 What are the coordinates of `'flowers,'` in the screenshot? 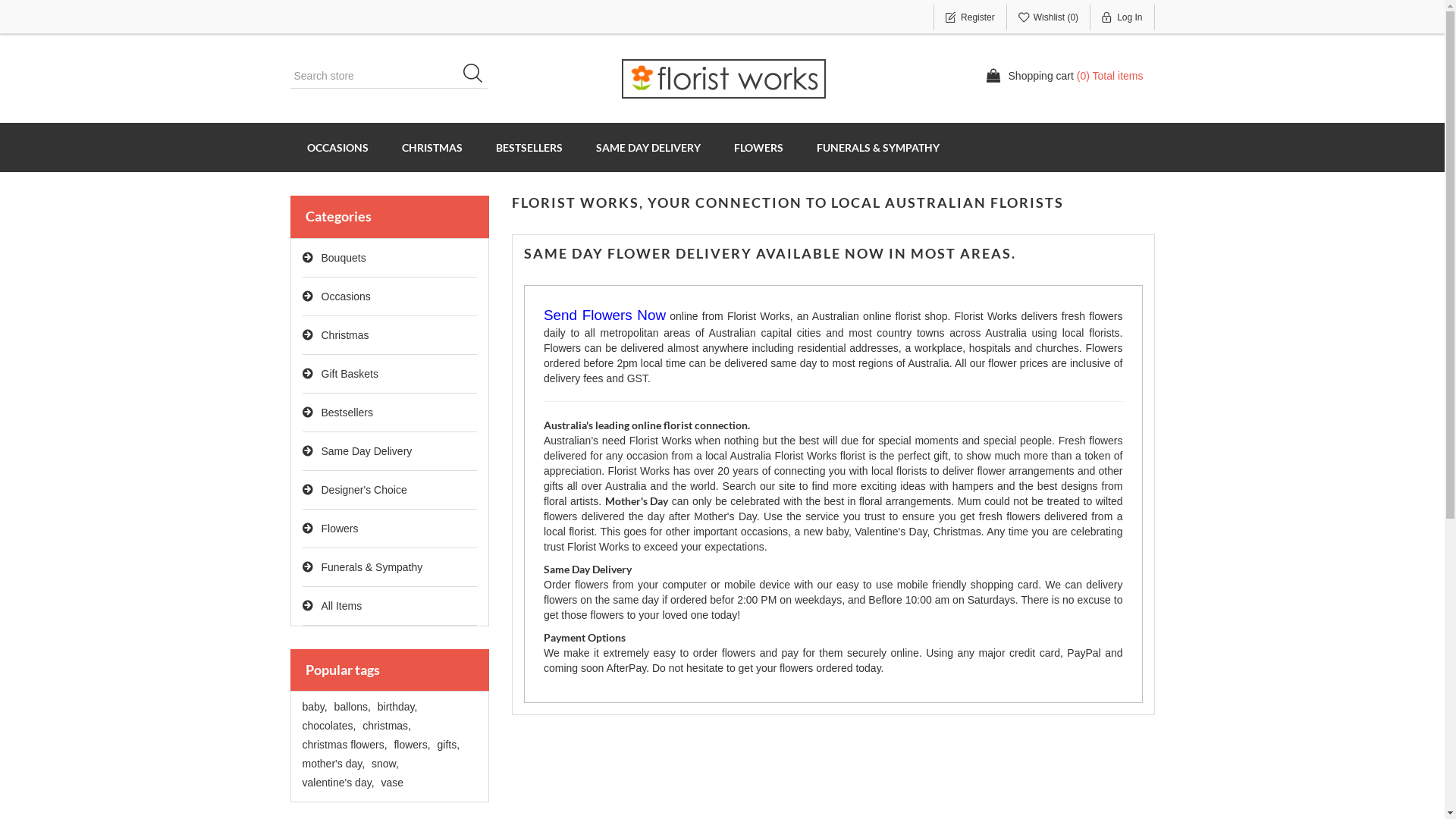 It's located at (411, 744).